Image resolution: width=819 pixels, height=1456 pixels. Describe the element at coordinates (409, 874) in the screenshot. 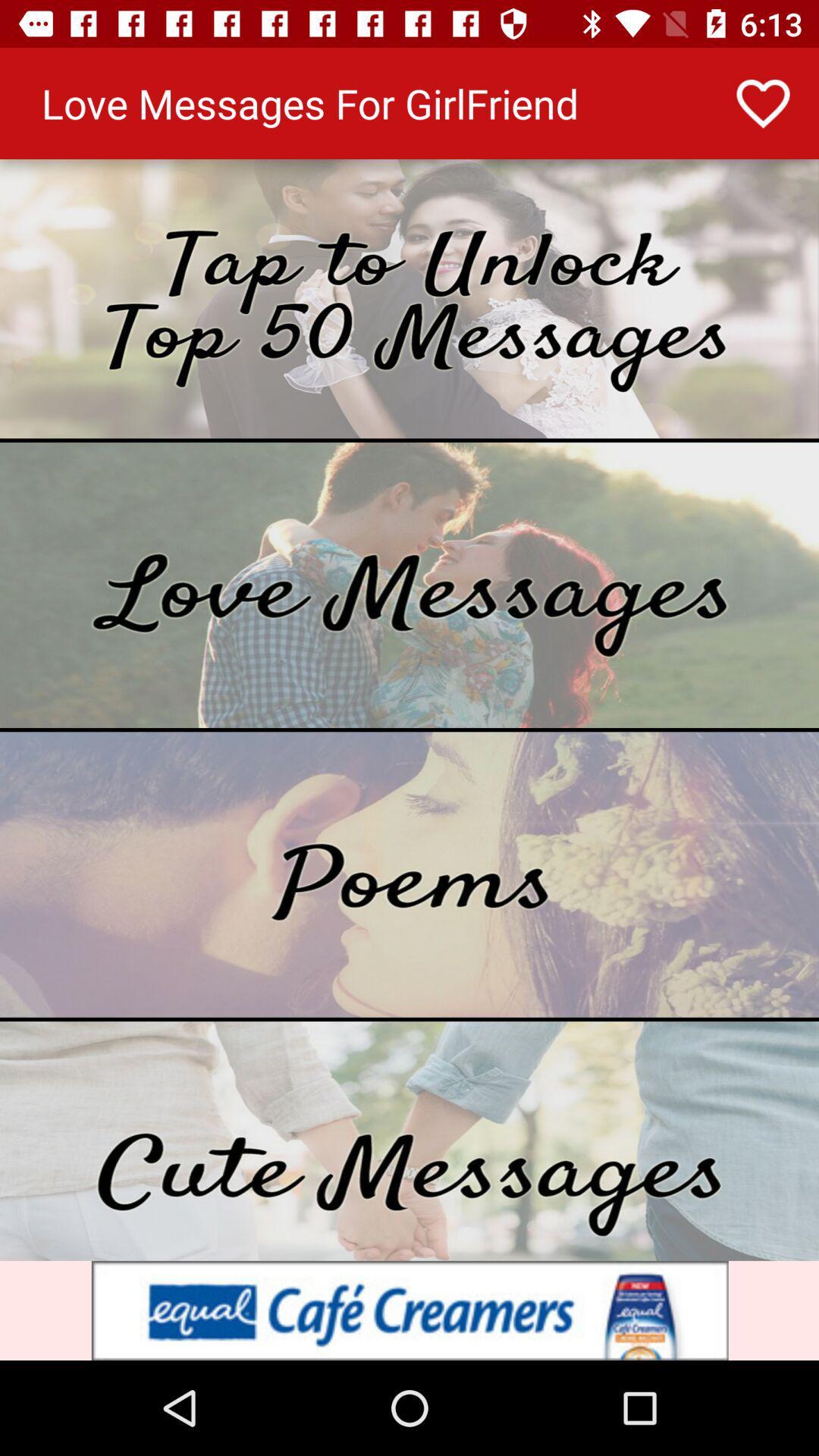

I see `show poems` at that location.